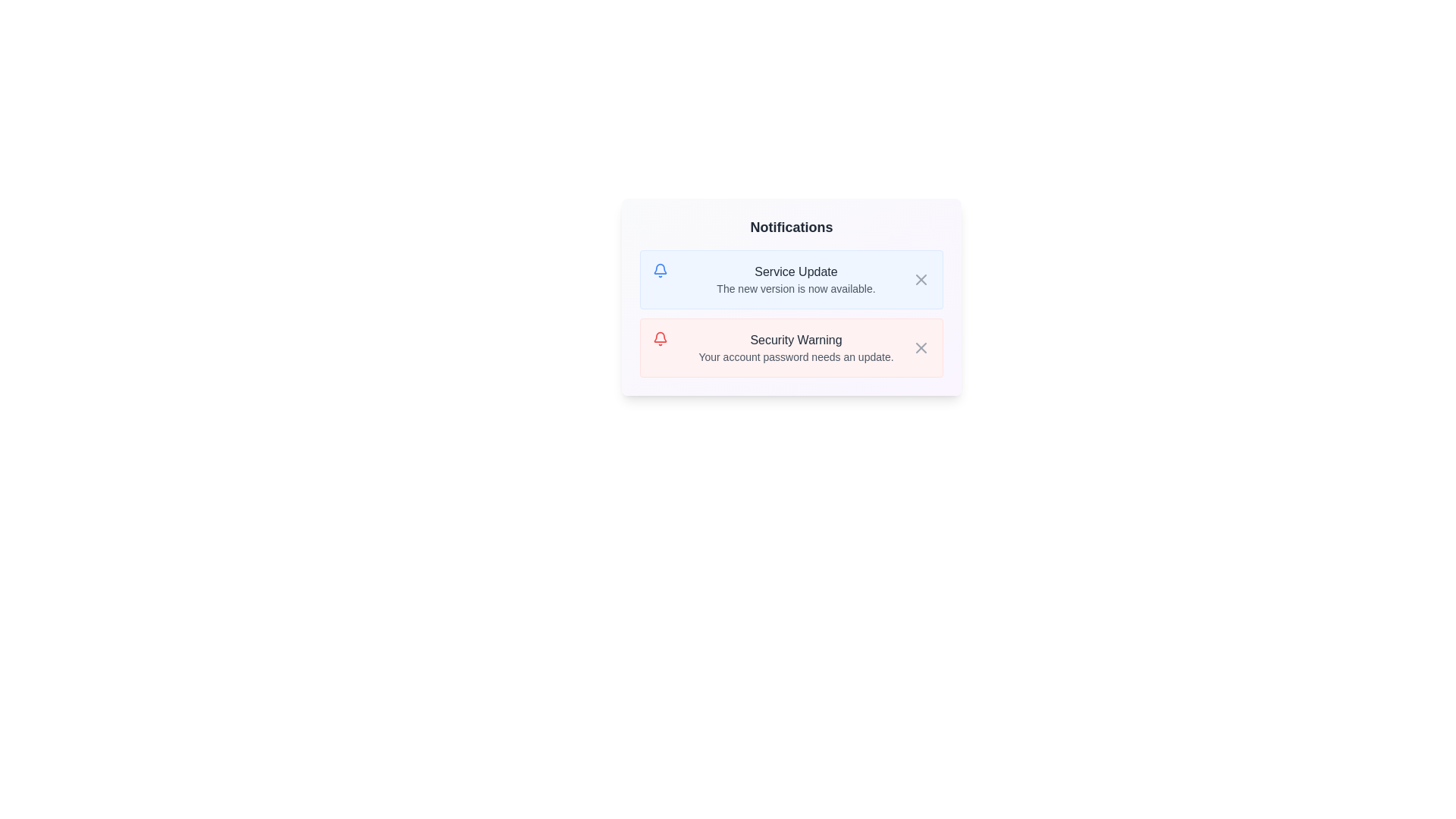 The width and height of the screenshot is (1456, 819). I want to click on the icon located, so click(660, 280).